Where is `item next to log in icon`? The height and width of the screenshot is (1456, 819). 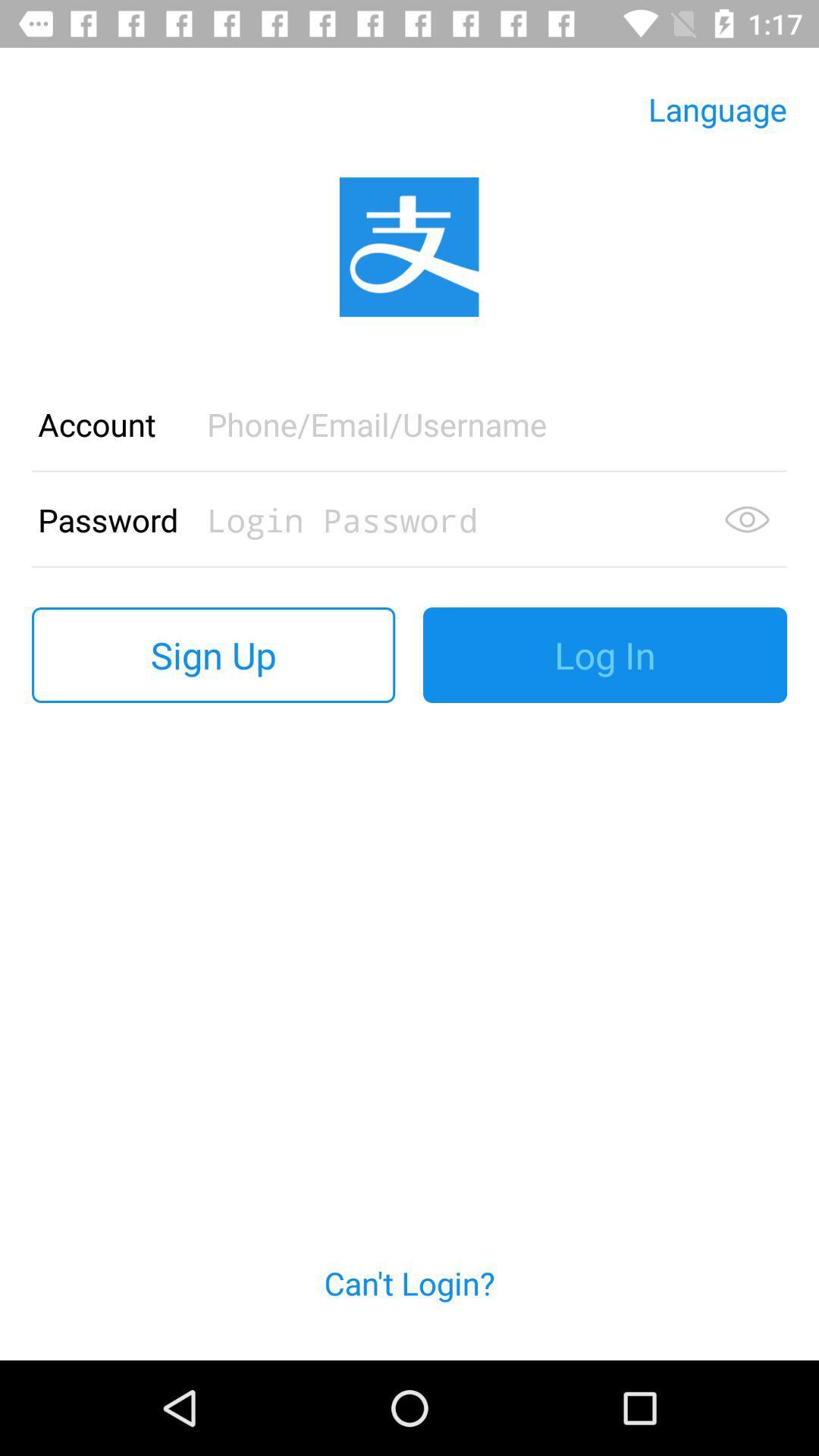 item next to log in icon is located at coordinates (213, 655).